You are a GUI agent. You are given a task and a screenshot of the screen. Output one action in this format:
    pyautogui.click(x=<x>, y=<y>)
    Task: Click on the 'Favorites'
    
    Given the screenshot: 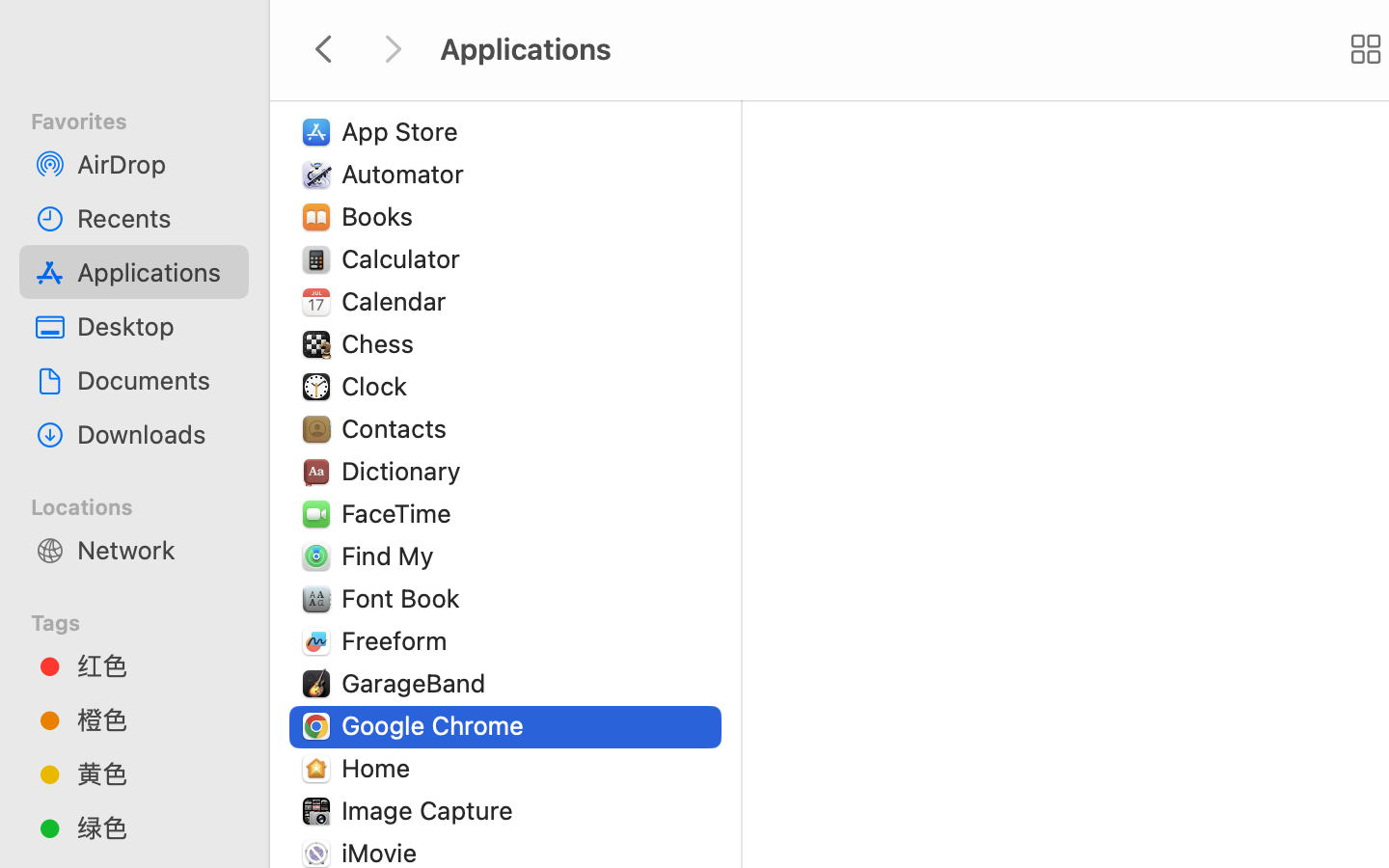 What is the action you would take?
    pyautogui.click(x=145, y=119)
    